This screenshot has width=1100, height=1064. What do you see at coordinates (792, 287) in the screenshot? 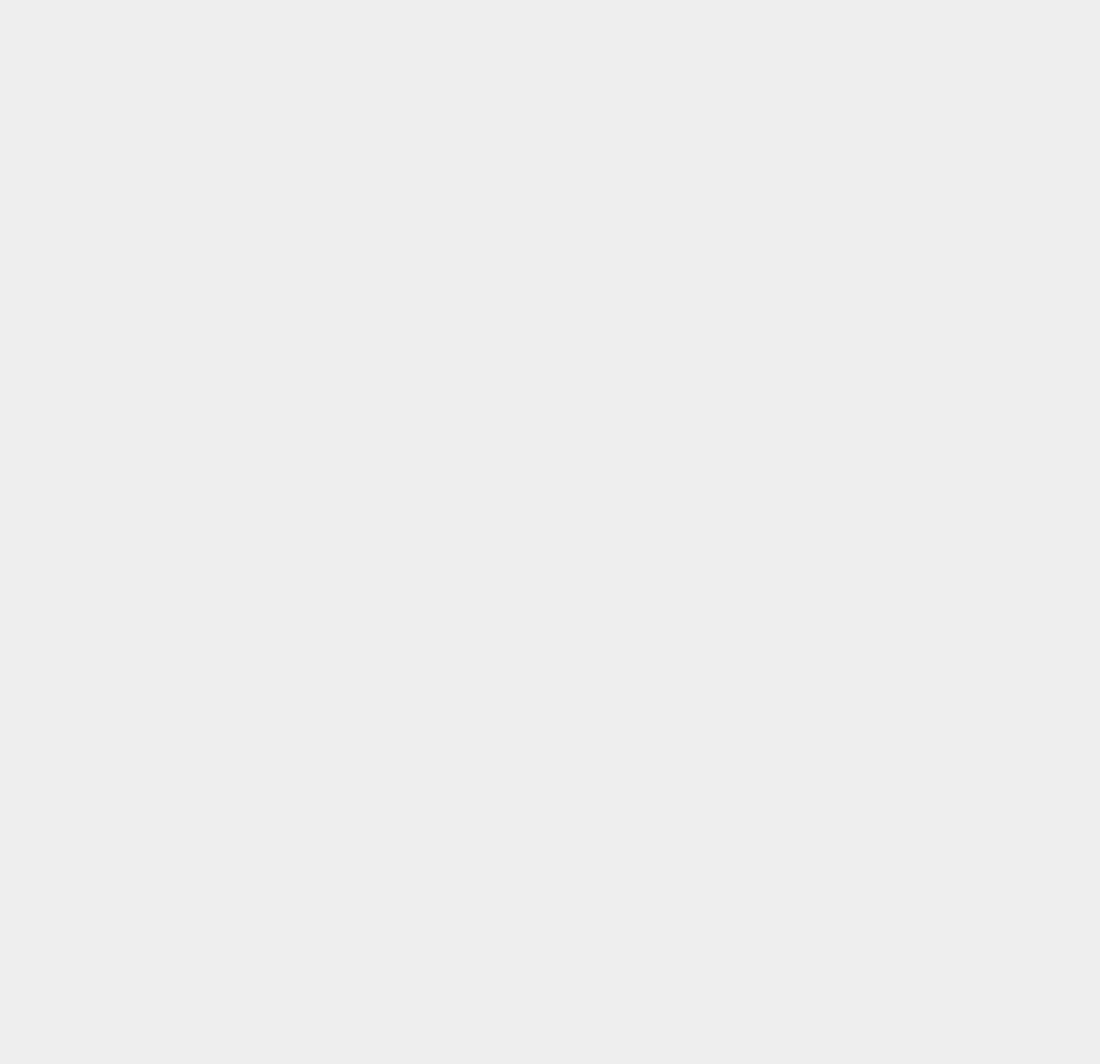
I see `'CMS'` at bounding box center [792, 287].